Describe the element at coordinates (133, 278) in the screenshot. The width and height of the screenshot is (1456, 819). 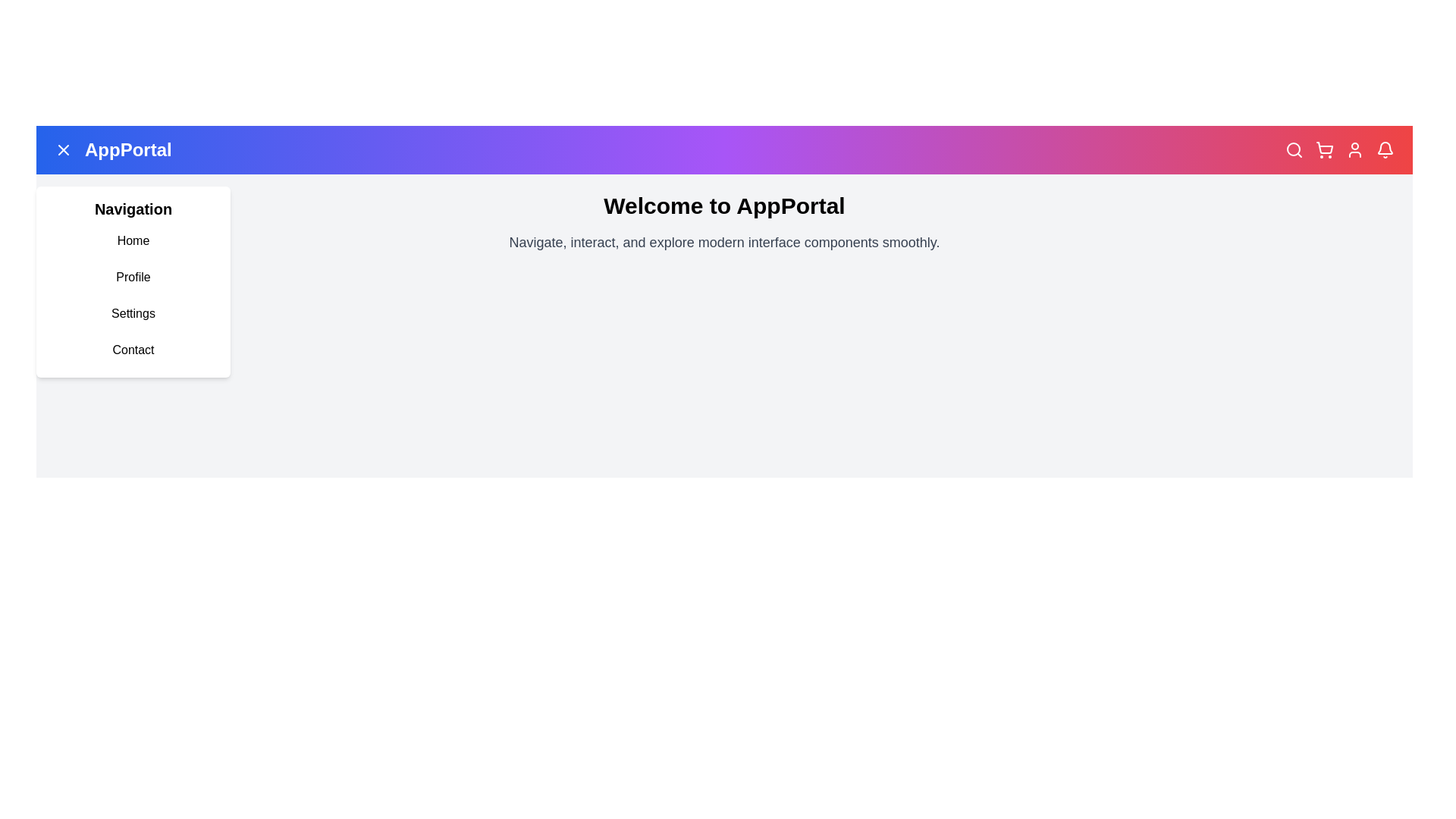
I see `the 'Profile' button located in the sidebar menu` at that location.